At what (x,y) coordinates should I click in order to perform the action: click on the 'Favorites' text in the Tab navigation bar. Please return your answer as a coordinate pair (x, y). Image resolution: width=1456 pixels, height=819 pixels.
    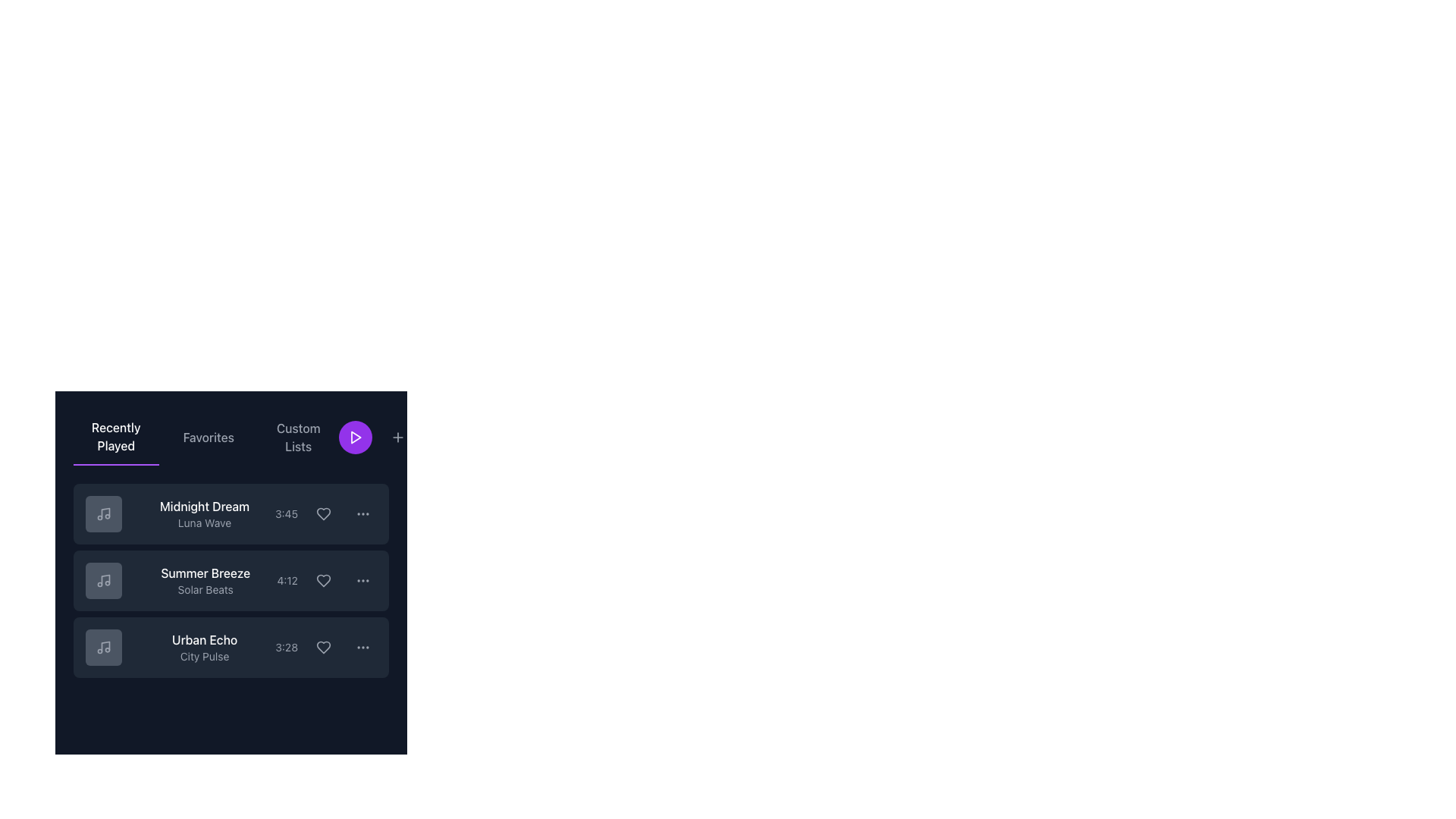
    Looking at the image, I should click on (205, 438).